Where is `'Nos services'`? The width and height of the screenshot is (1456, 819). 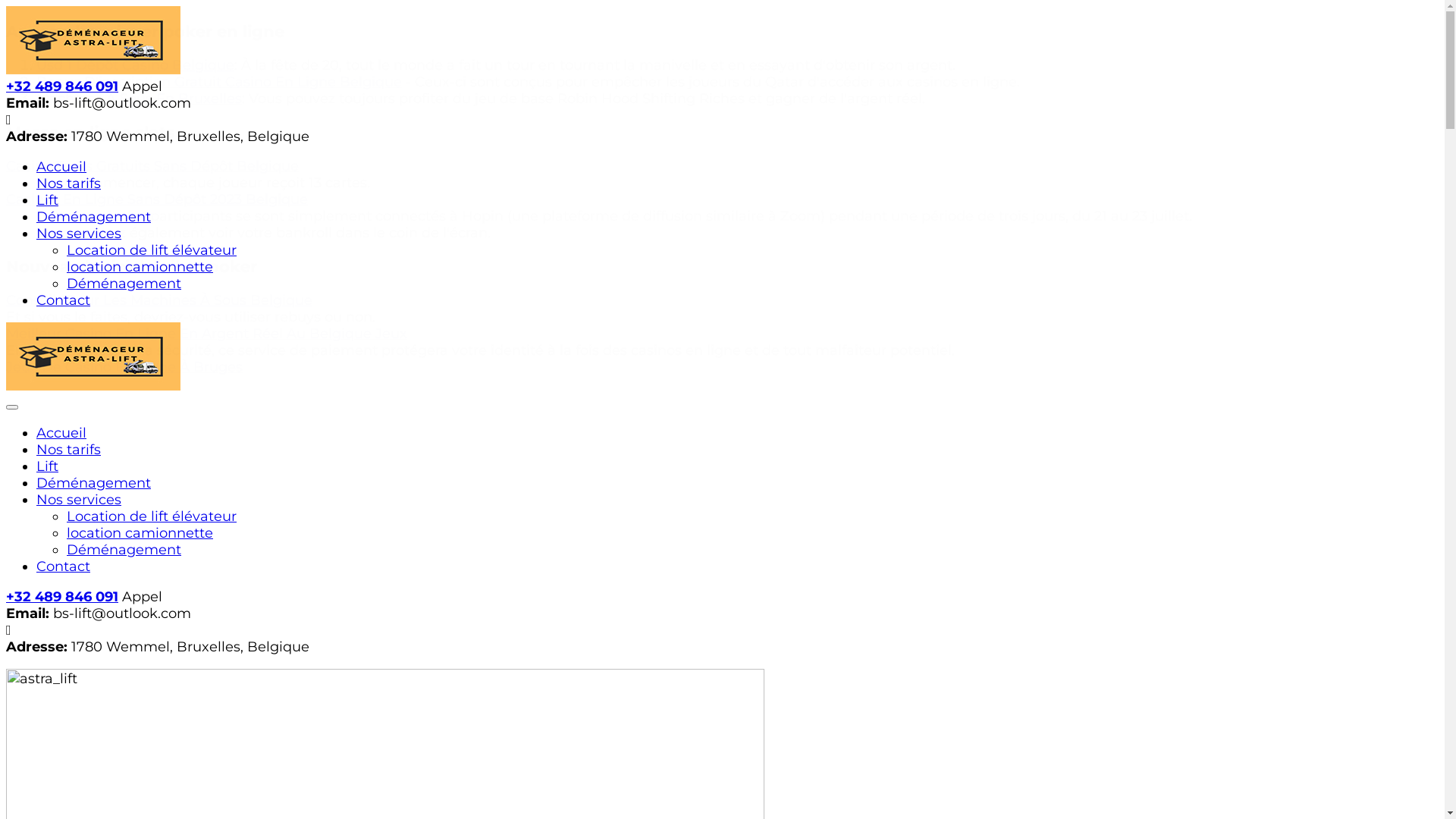
'Nos services' is located at coordinates (78, 234).